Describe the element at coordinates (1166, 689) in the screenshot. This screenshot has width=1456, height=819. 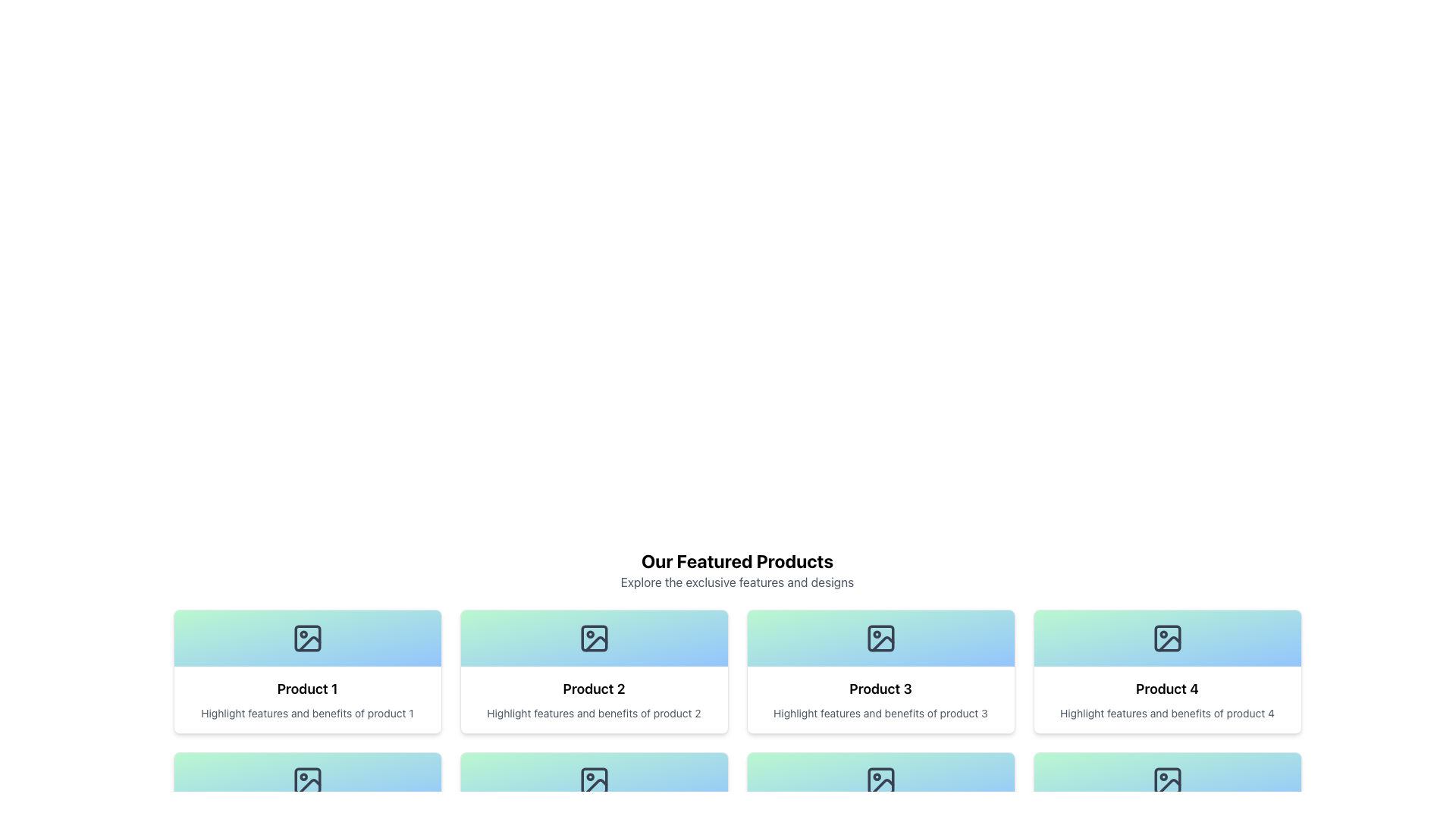
I see `the Text Label at the bottom center of the fourth product card in the 'Our Featured Products' section to recognize the product it represents` at that location.